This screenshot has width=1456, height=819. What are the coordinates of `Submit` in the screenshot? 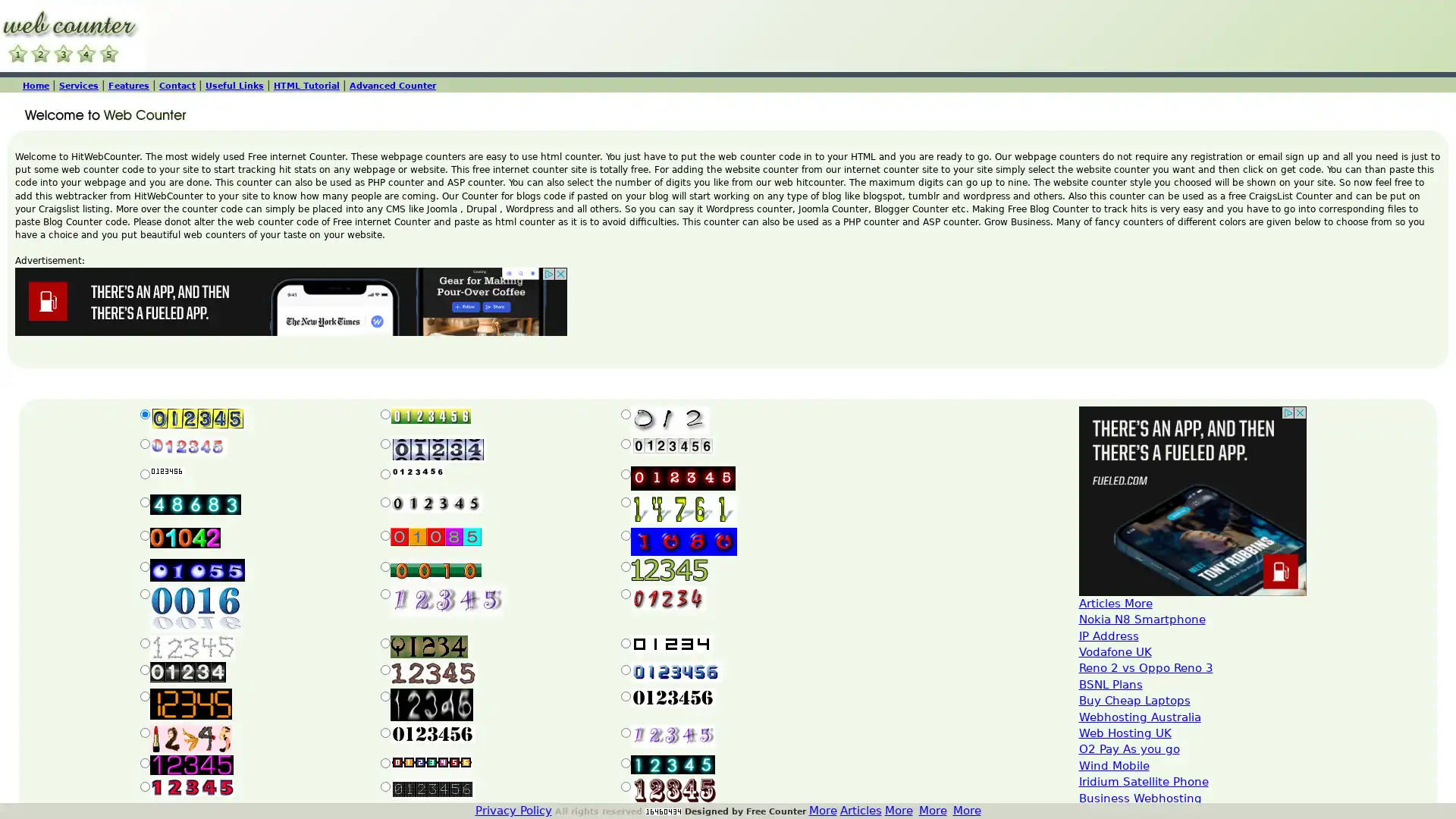 It's located at (435, 570).